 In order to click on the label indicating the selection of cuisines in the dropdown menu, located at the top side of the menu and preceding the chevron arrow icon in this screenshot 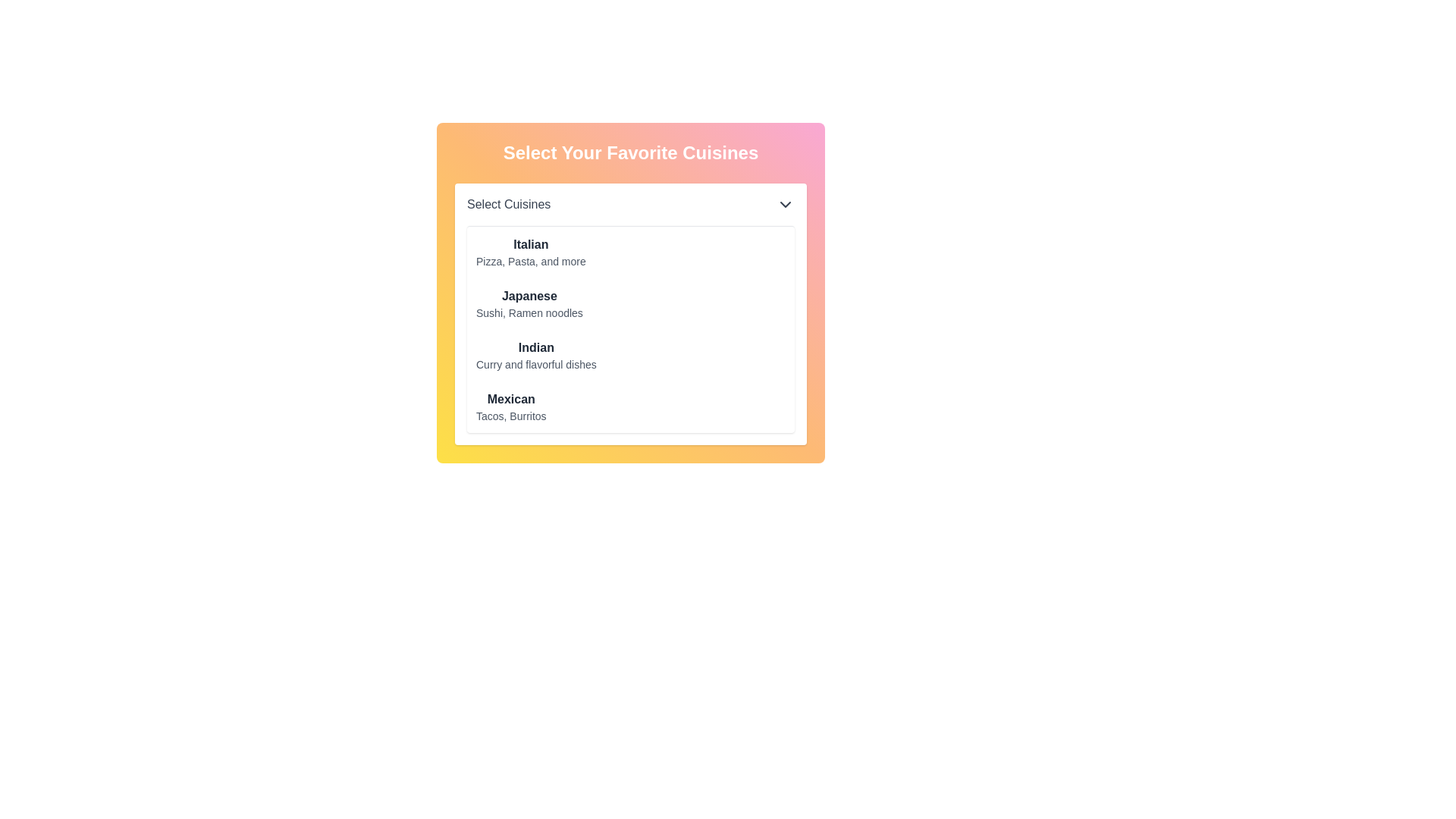, I will do `click(509, 205)`.